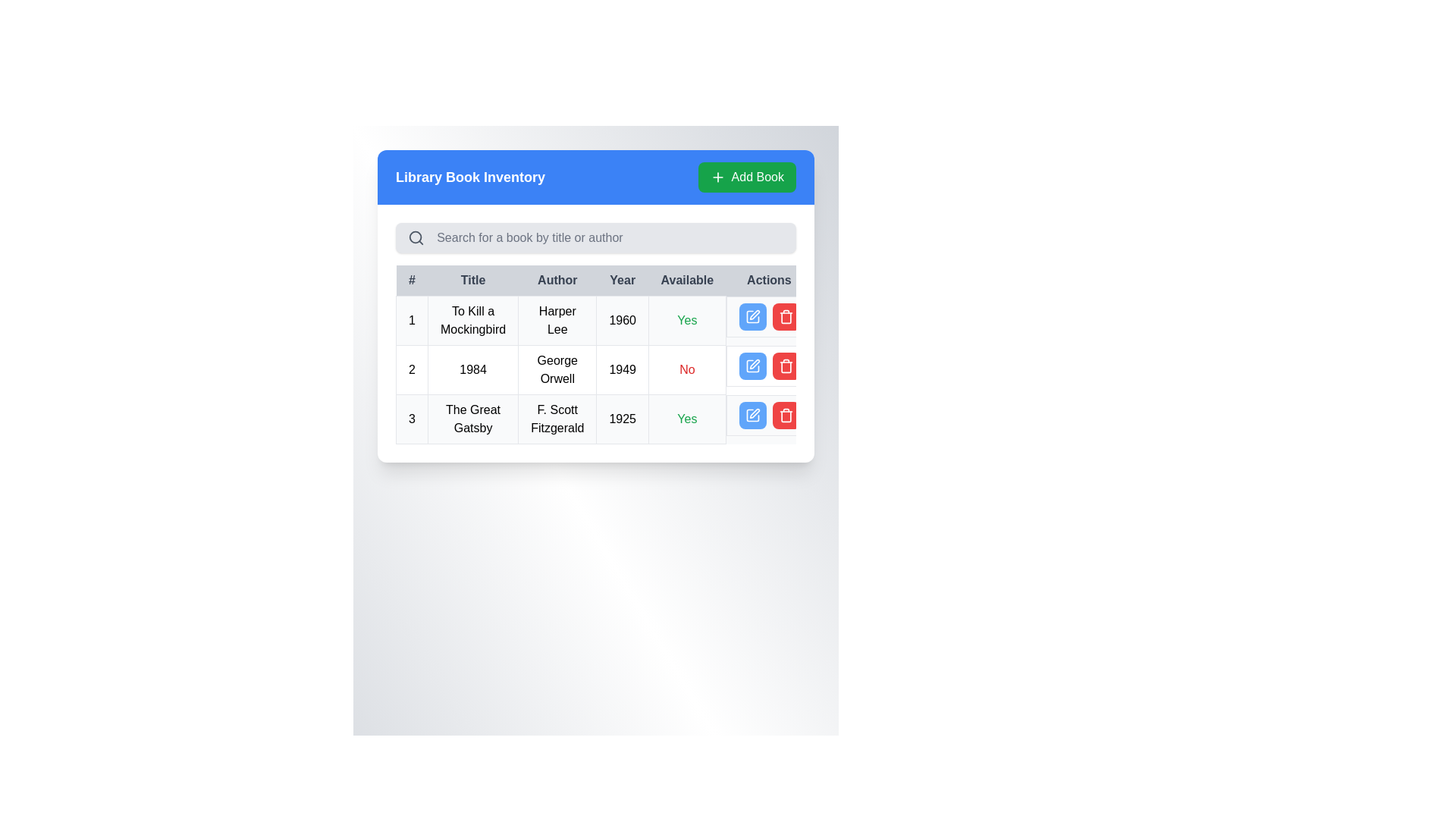  I want to click on the second graphical icon resembling a pen's tip in the 'Actions' column of the second row in the table, so click(752, 366).